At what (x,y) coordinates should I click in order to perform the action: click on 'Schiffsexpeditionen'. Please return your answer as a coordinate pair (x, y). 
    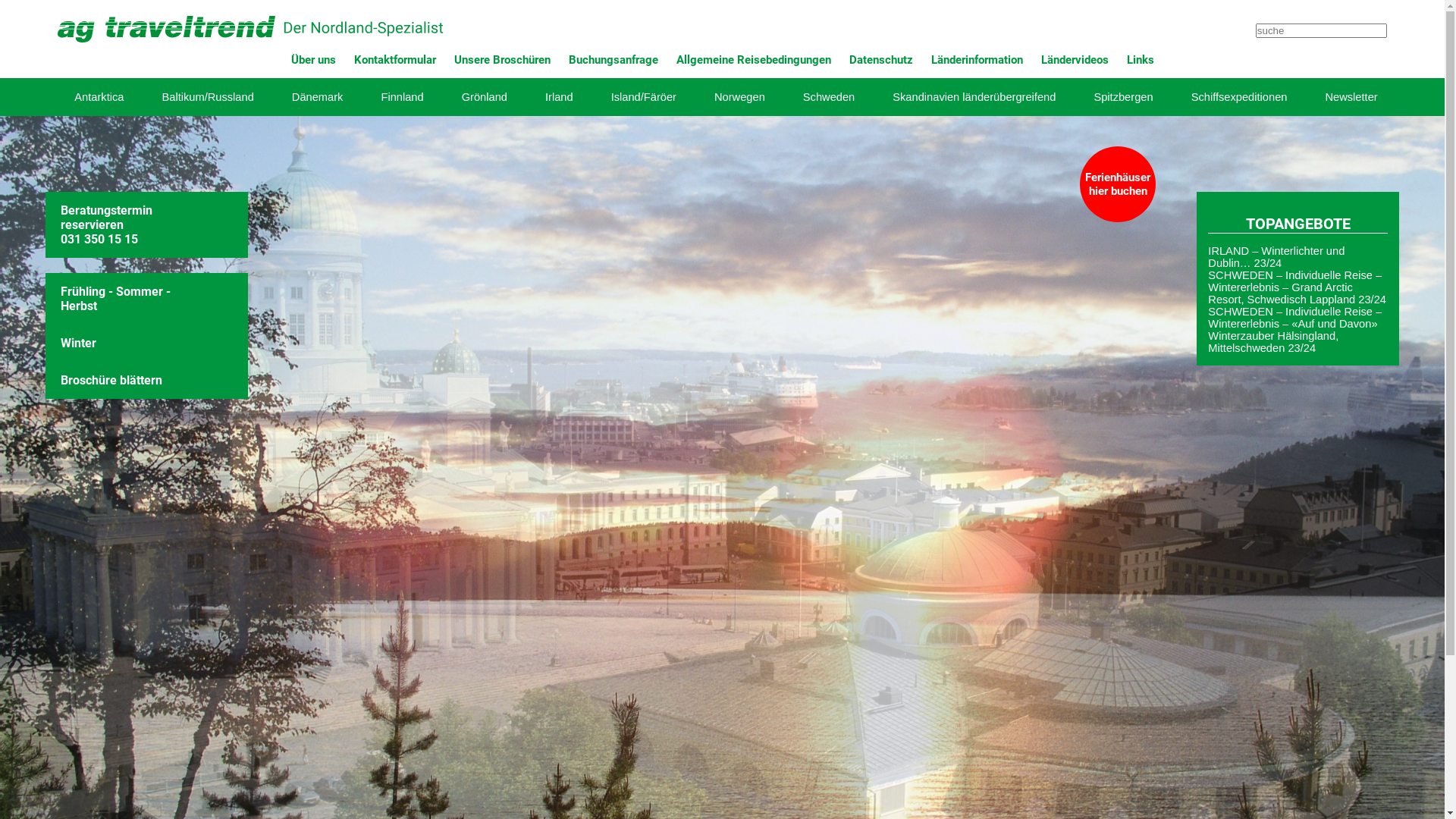
    Looking at the image, I should click on (1239, 96).